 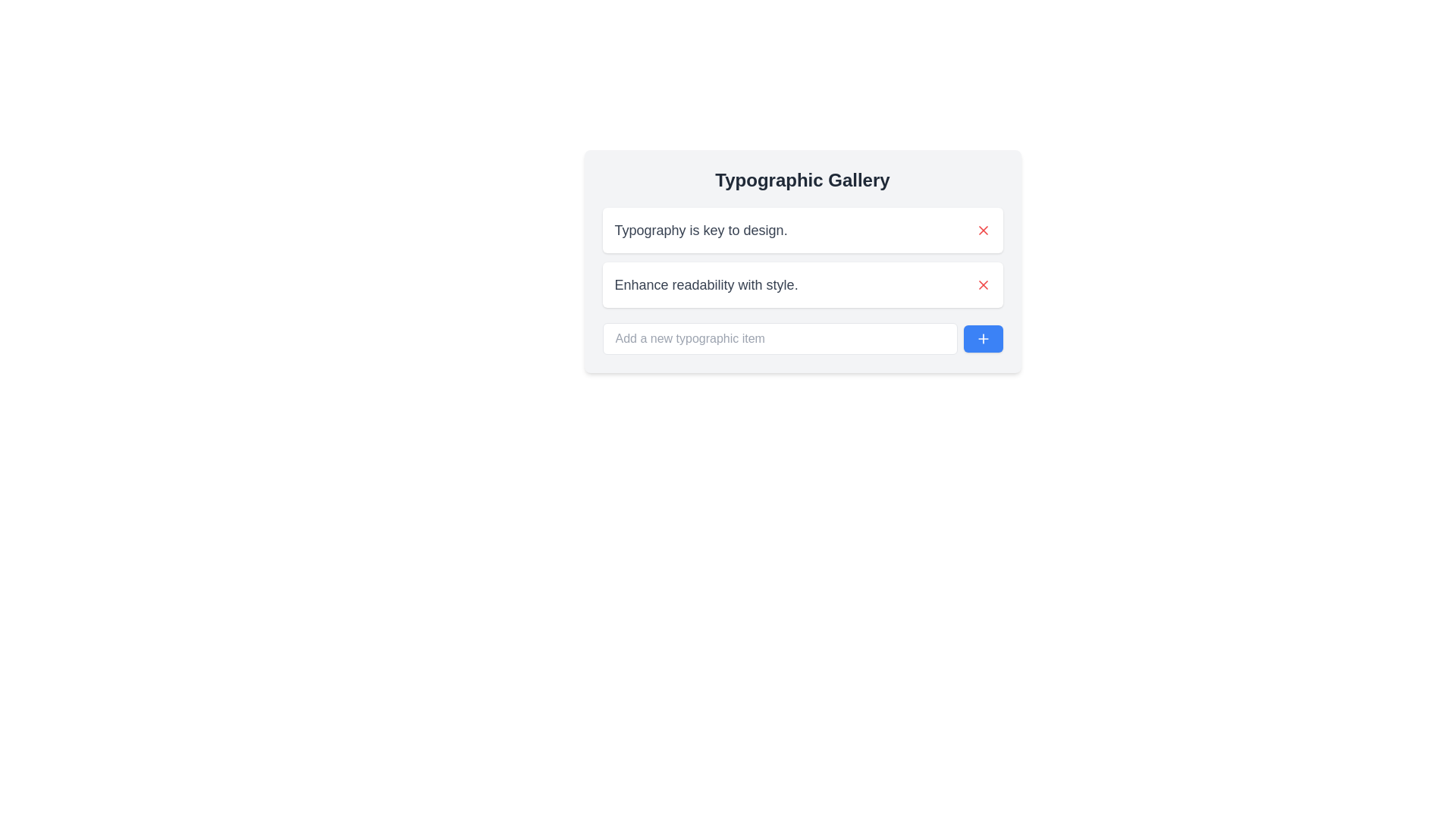 What do you see at coordinates (983, 284) in the screenshot?
I see `the 'X' icon in the top-right corner of the card displaying 'Enhance readability with style.'` at bounding box center [983, 284].